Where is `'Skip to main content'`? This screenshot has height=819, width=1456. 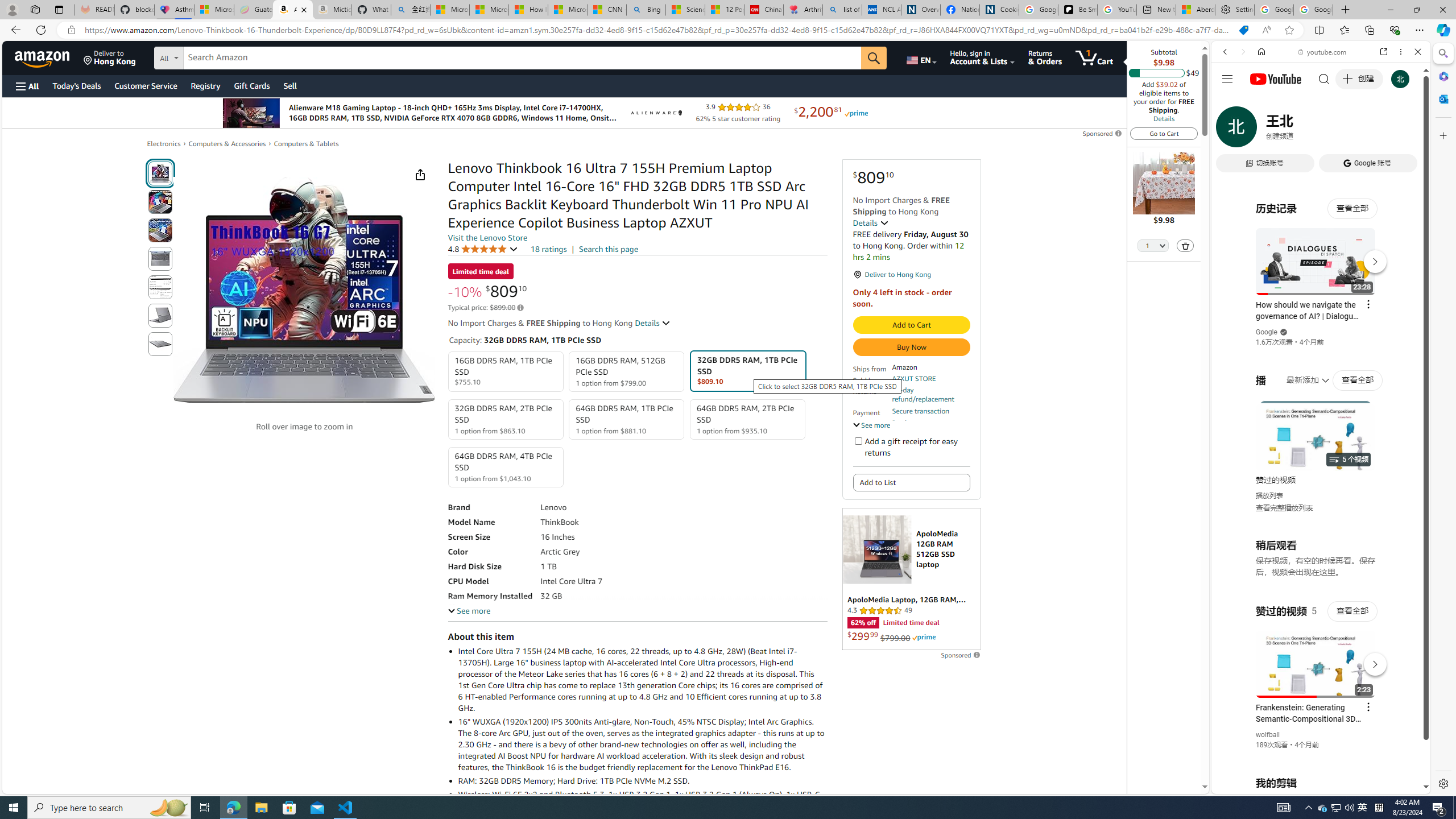 'Skip to main content' is located at coordinates (48, 56).